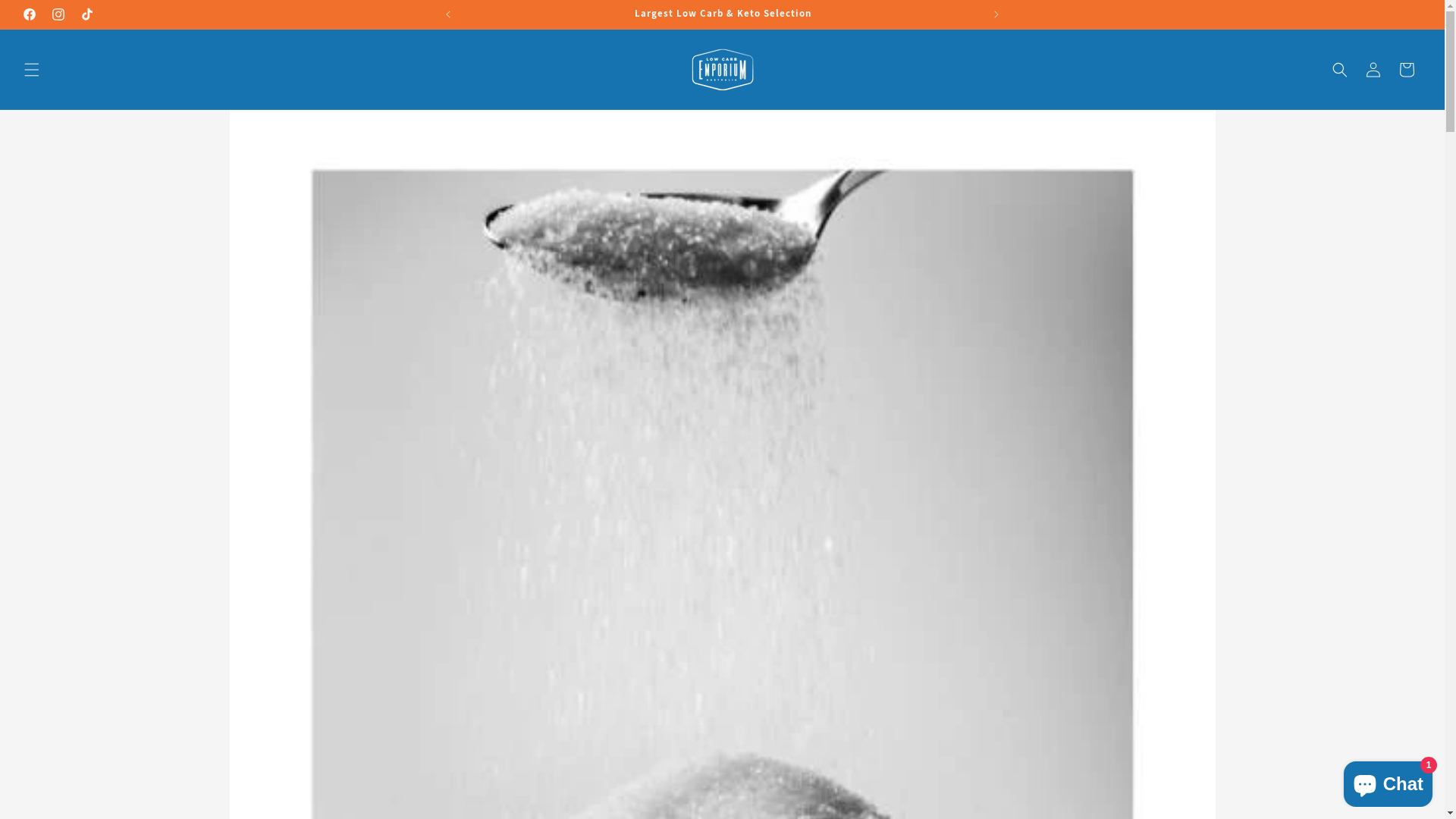  Describe the element at coordinates (1390, 70) in the screenshot. I see `'Cart'` at that location.